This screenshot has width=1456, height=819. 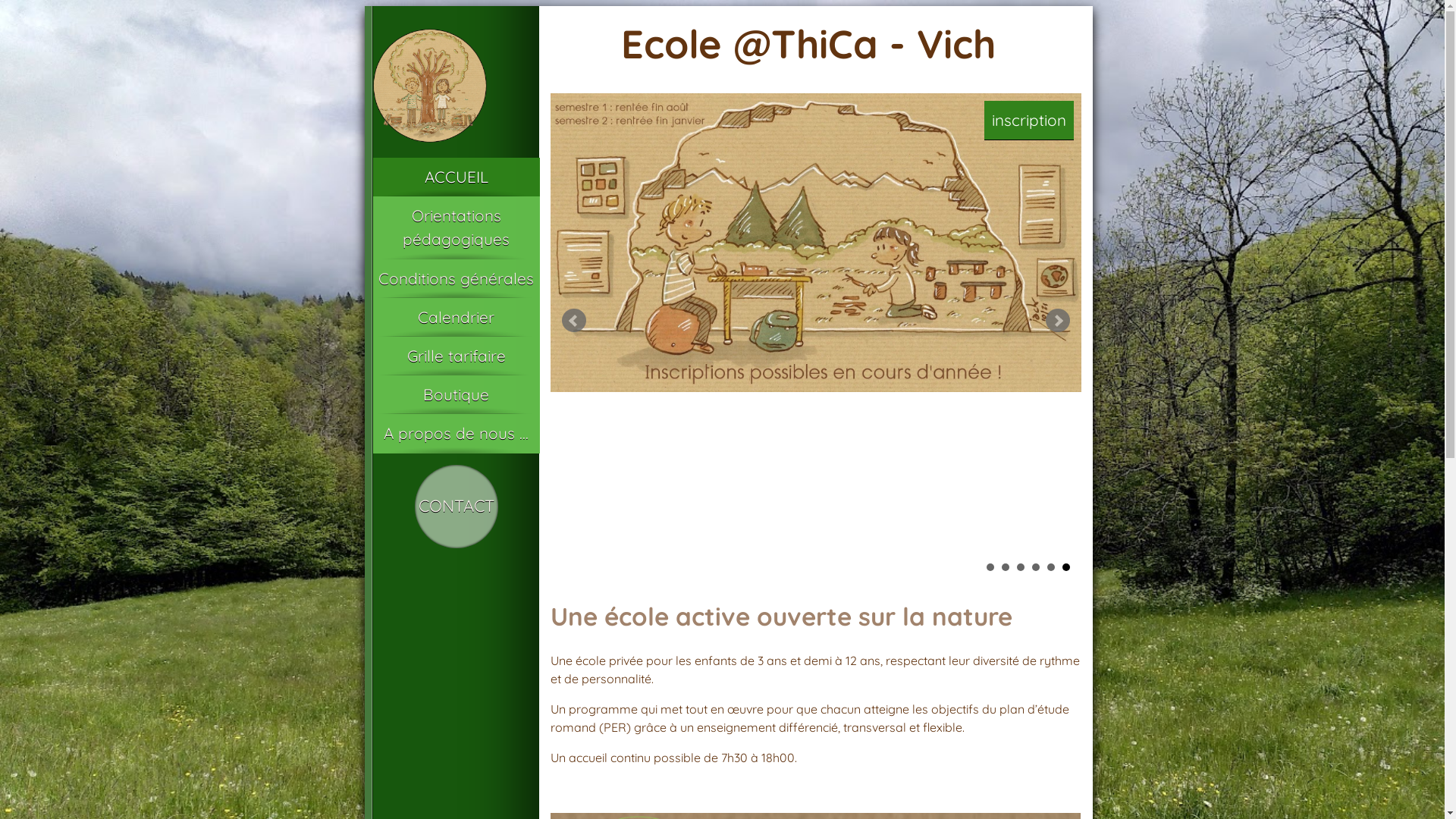 I want to click on 'CONTACT', so click(x=454, y=506).